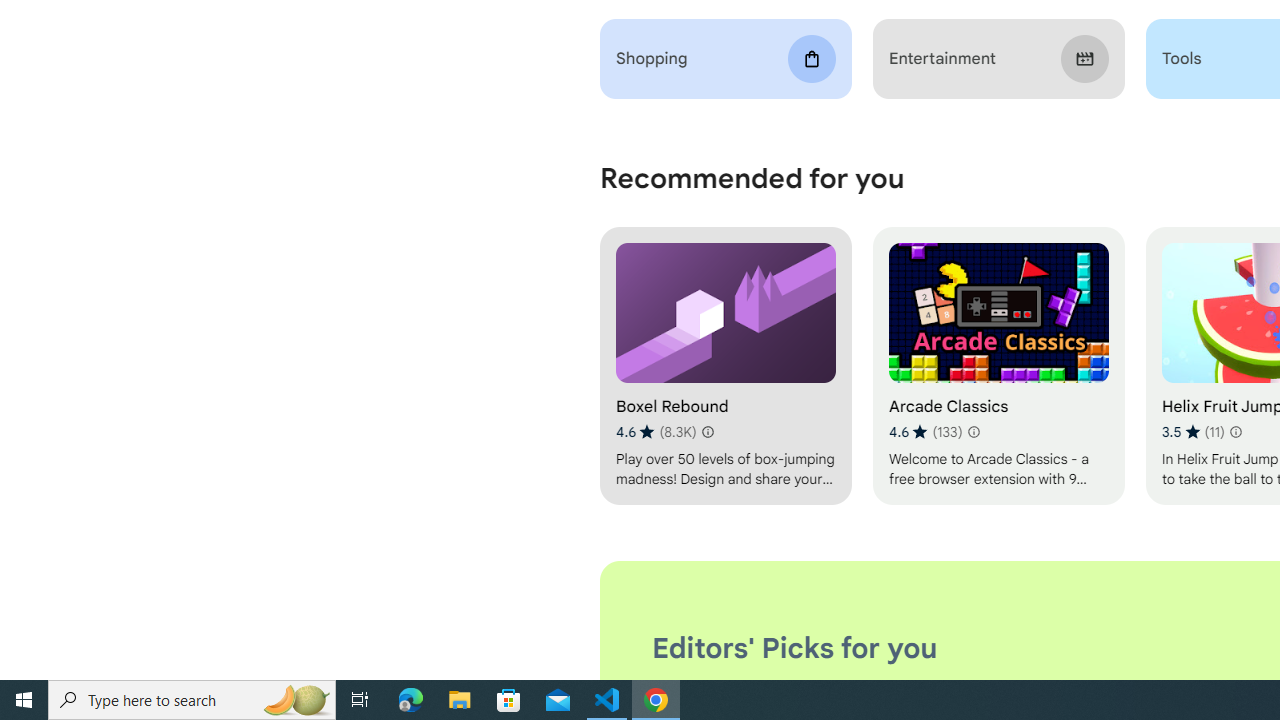 The height and width of the screenshot is (720, 1280). Describe the element at coordinates (656, 431) in the screenshot. I see `'Average rating 4.6 out of 5 stars. 8.3K ratings.'` at that location.